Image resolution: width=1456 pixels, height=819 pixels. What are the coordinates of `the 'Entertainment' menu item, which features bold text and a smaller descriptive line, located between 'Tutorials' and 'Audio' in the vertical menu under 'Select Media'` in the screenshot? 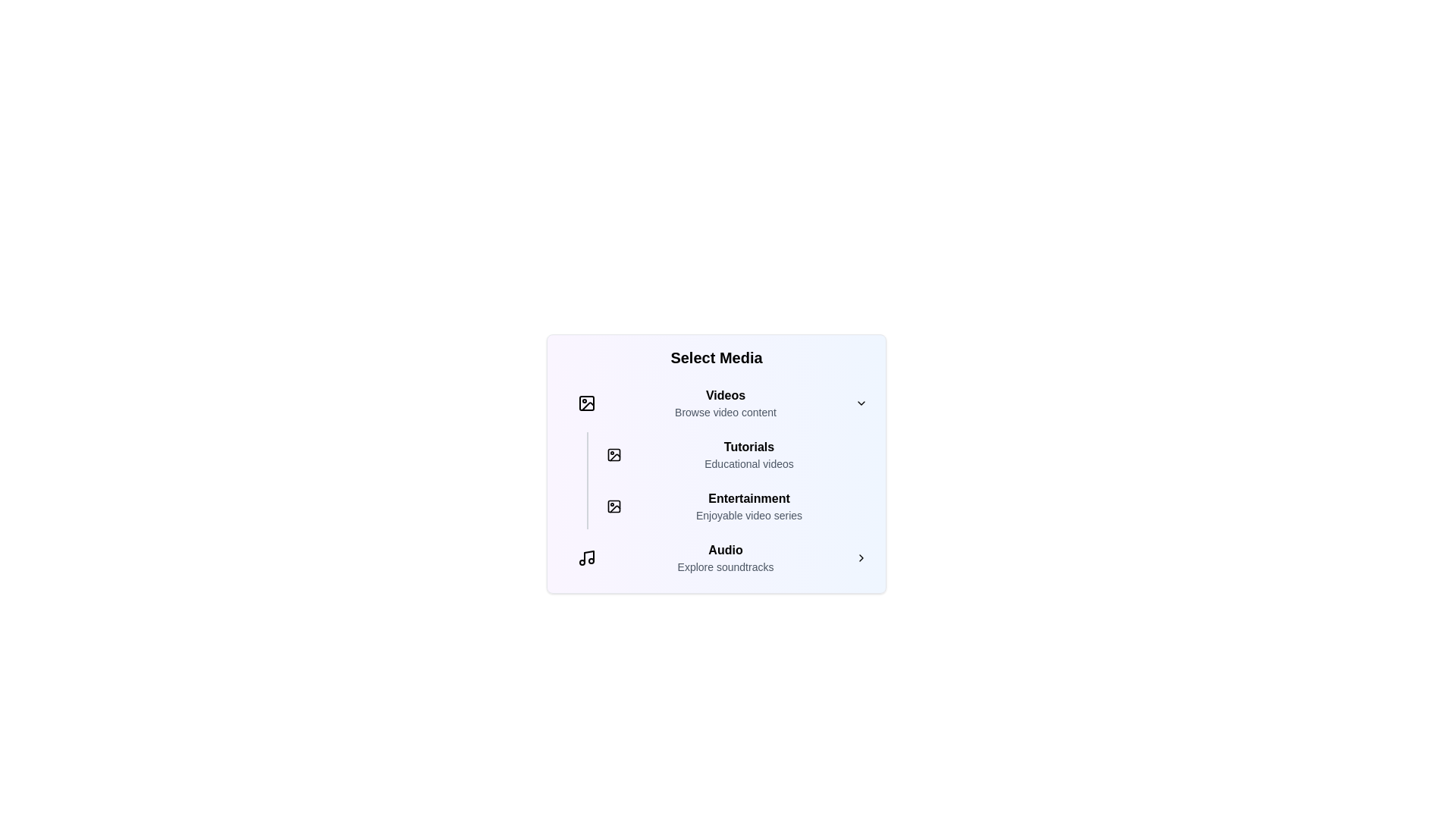 It's located at (736, 506).